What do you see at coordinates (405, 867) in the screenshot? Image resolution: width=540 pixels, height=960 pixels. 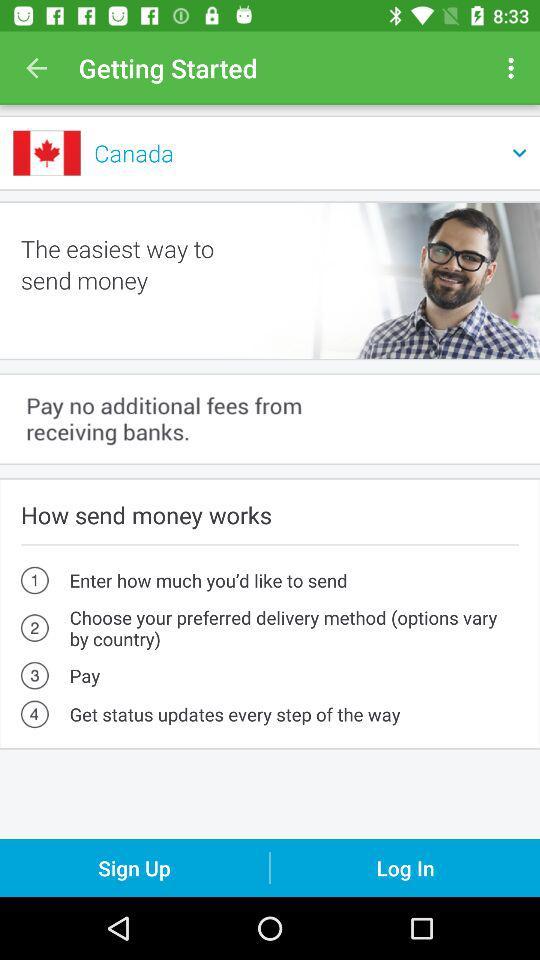 I see `the log in icon` at bounding box center [405, 867].